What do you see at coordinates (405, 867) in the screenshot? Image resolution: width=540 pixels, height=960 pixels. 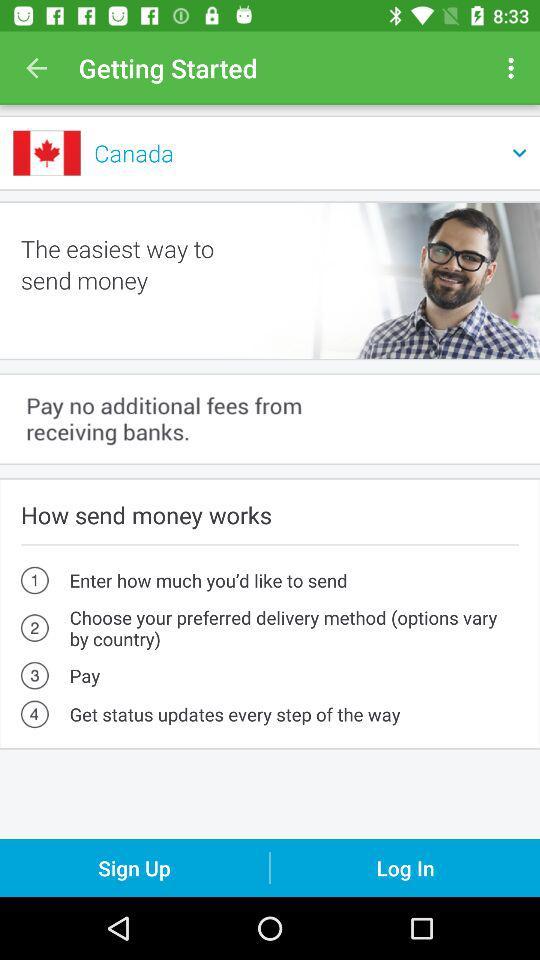 I see `the log in icon` at bounding box center [405, 867].